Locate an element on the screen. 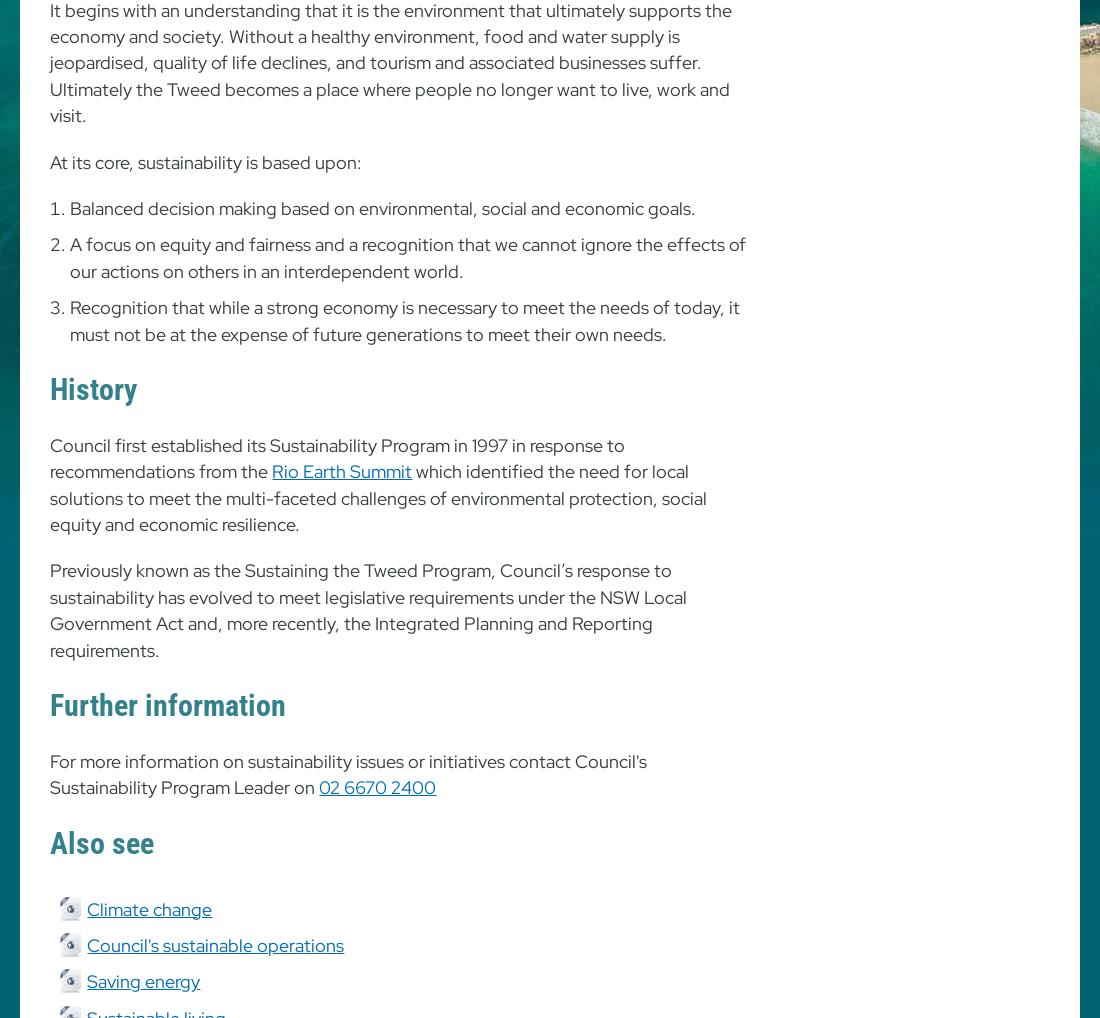  'Council's sustainable operations' is located at coordinates (87, 943).